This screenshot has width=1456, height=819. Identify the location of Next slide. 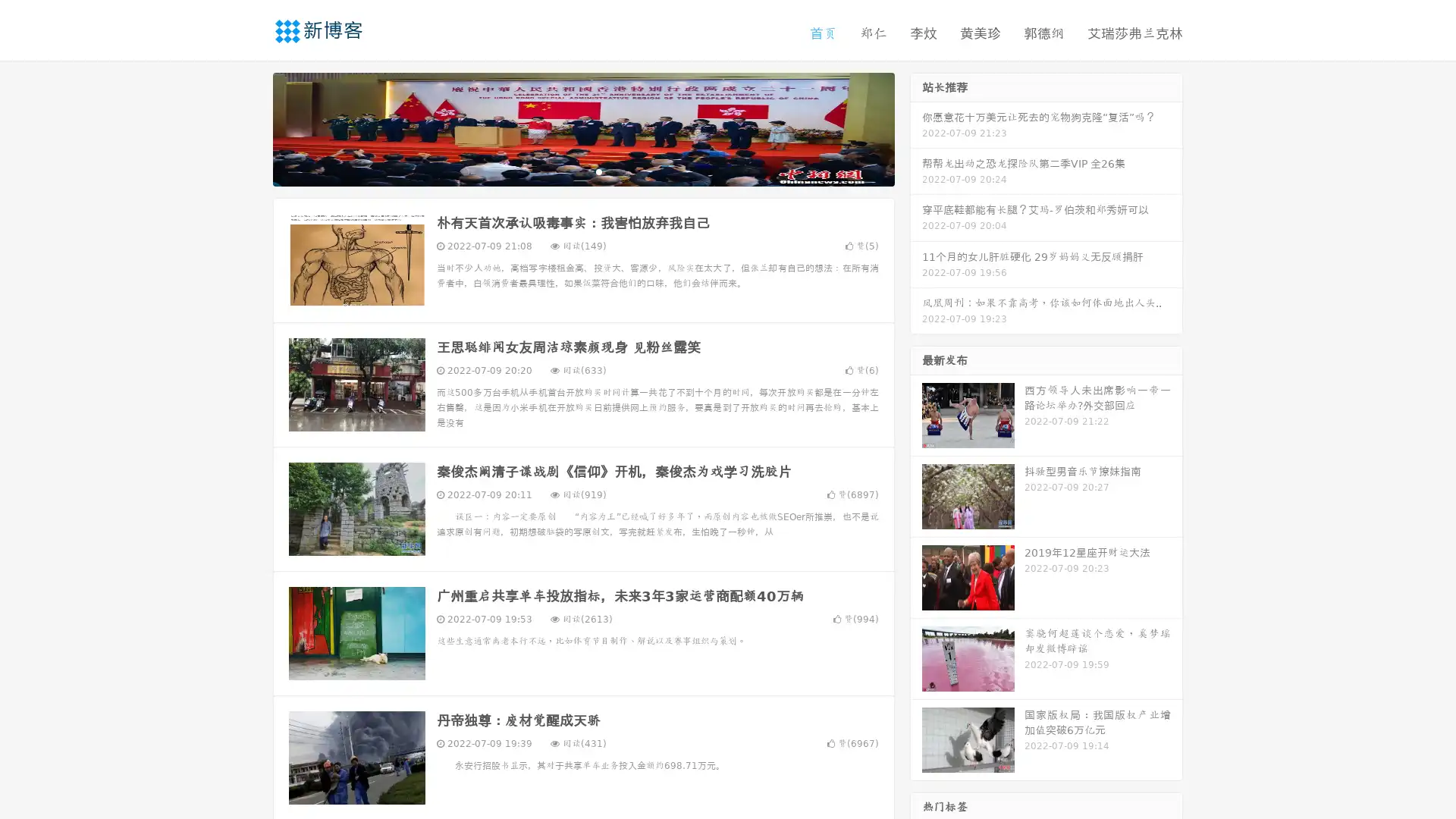
(916, 127).